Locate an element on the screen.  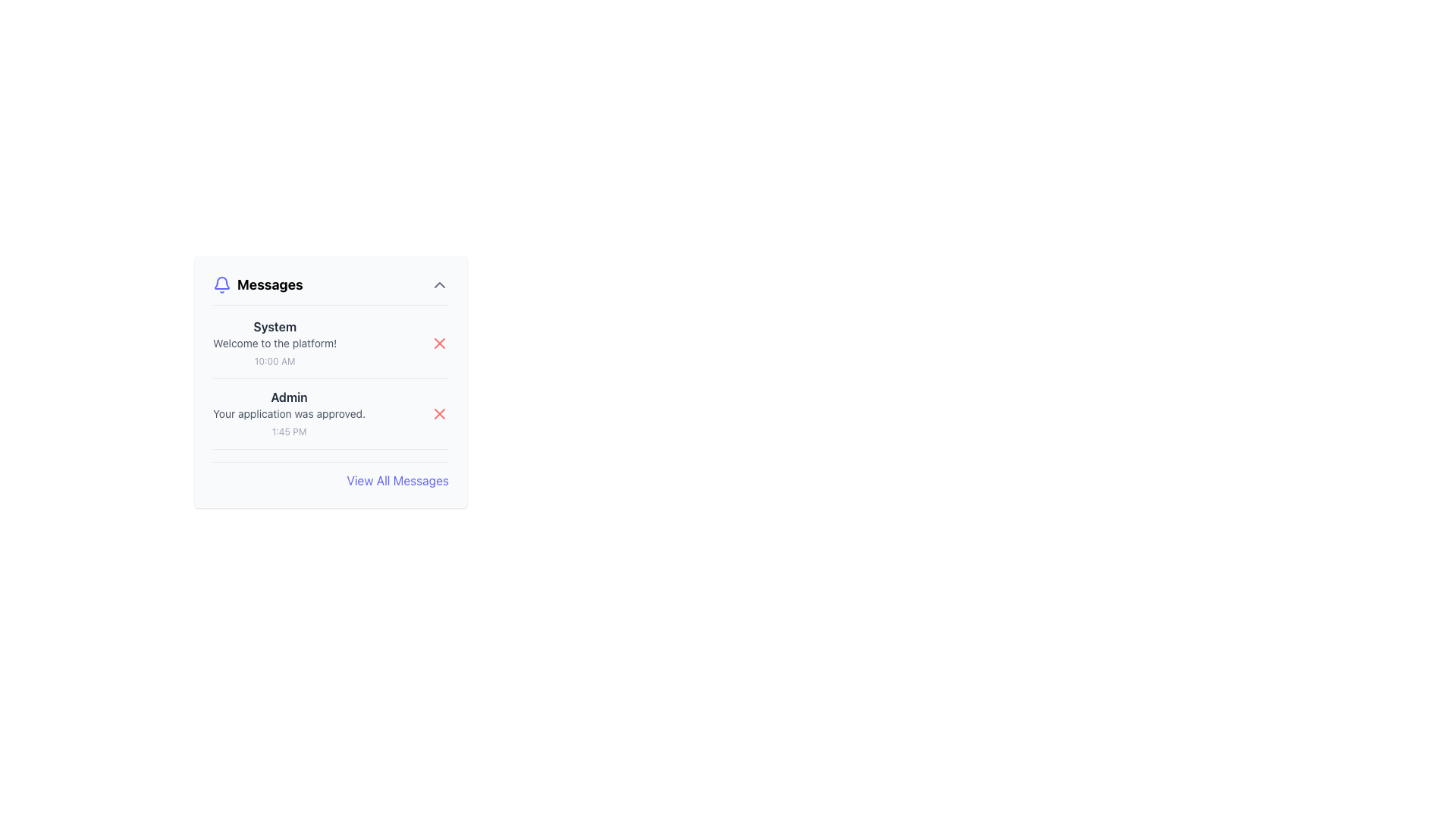
the text label that identifies the sender of a message, located at the top-left of the message group is located at coordinates (289, 397).